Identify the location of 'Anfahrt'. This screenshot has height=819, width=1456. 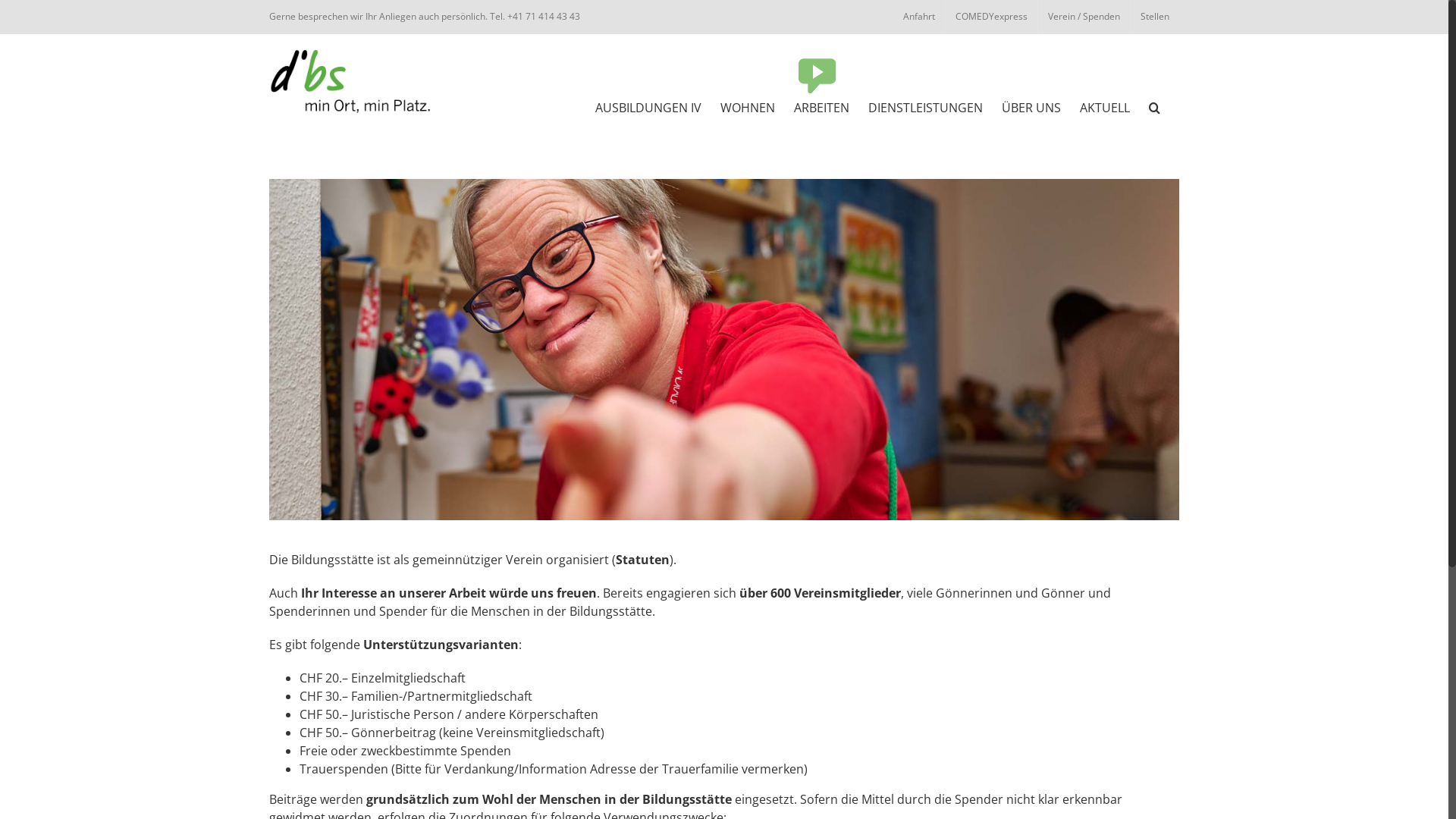
(918, 17).